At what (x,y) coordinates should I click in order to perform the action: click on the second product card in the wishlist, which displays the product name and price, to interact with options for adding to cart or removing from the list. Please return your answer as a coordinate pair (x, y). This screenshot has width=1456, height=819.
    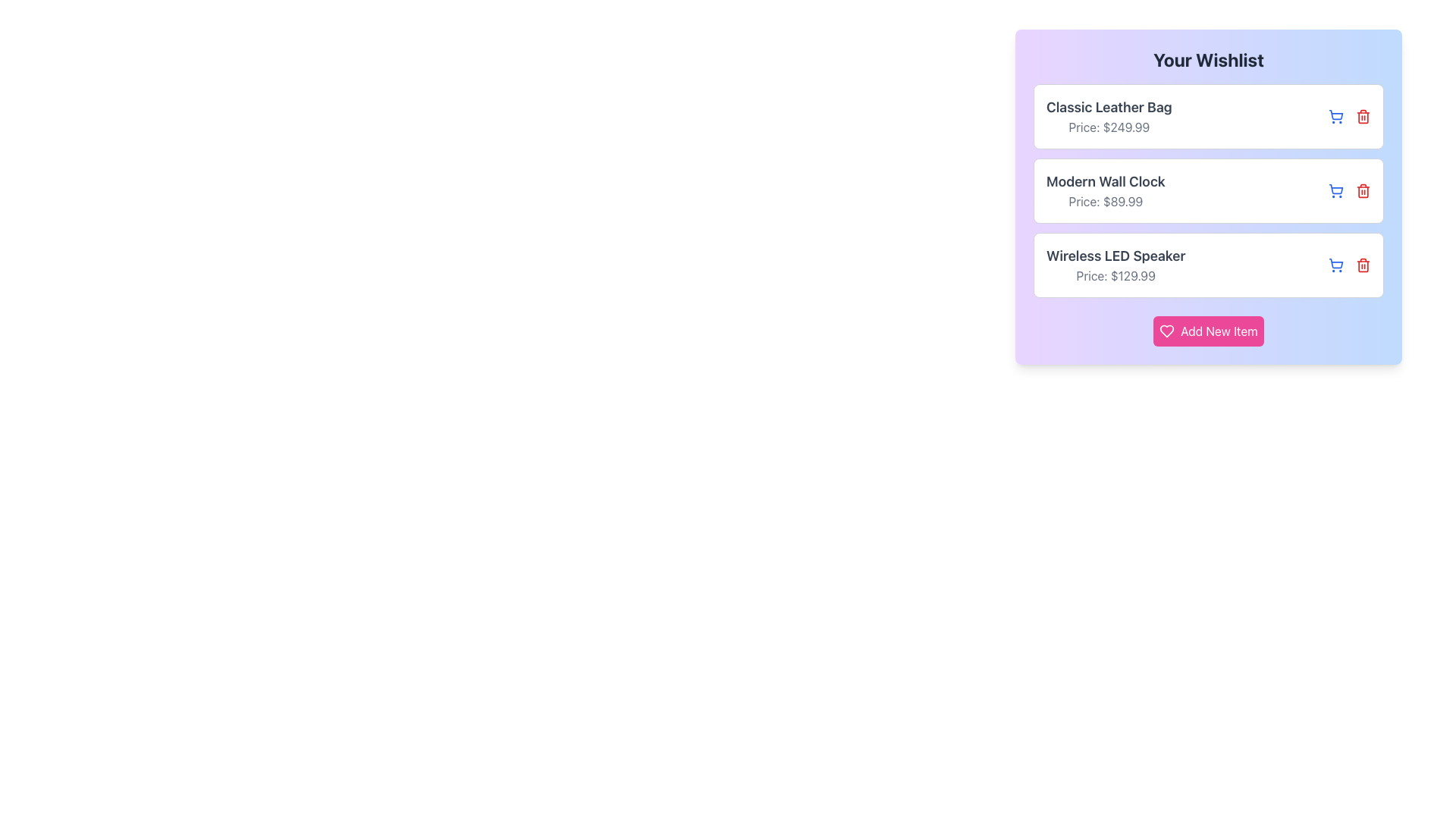
    Looking at the image, I should click on (1207, 190).